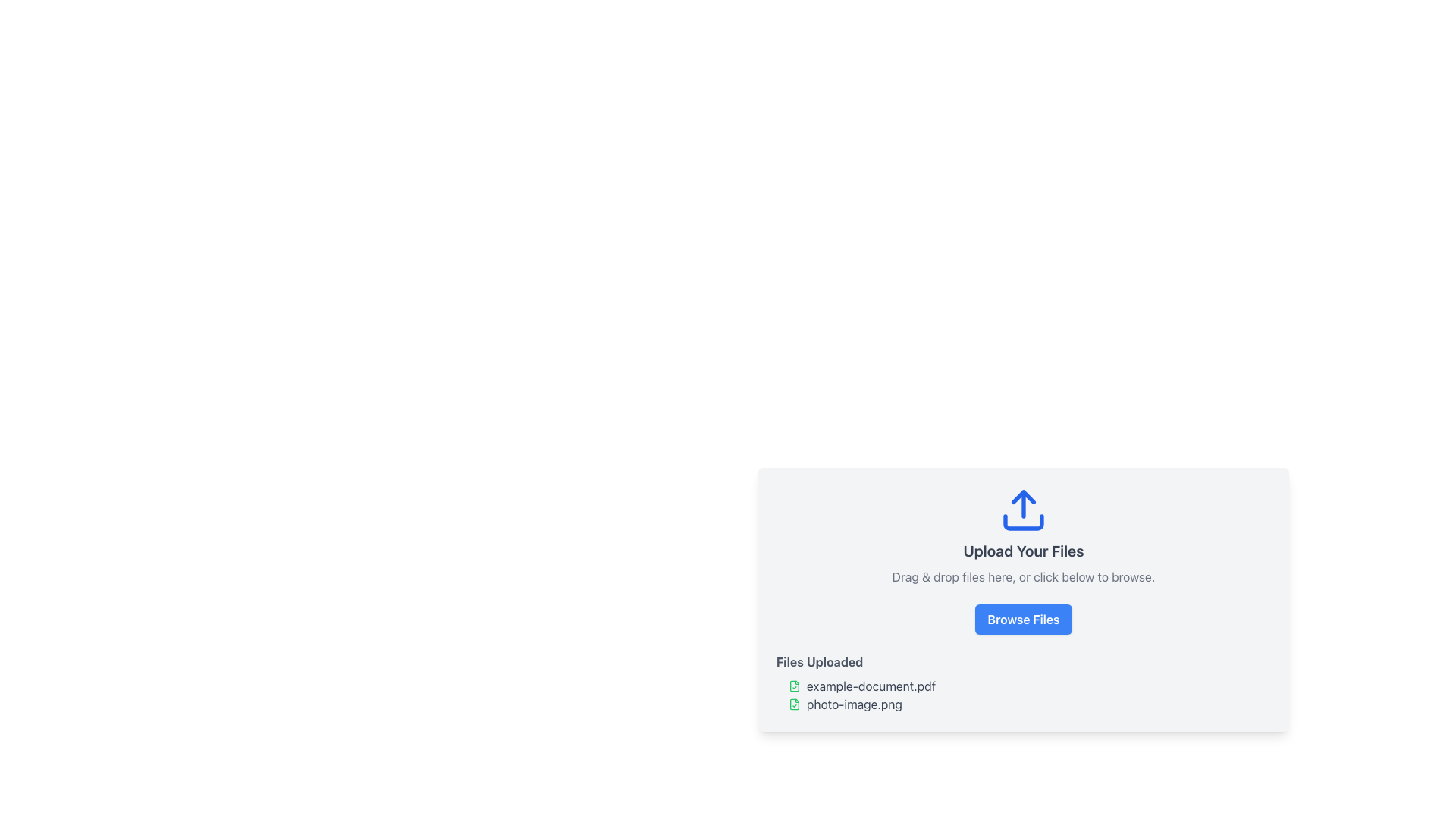 Image resolution: width=1456 pixels, height=819 pixels. What do you see at coordinates (793, 686) in the screenshot?
I see `the green file icon with a checkmark, which indicates a successful file state, located to the left of the text 'example-document.pdf' in the 'Files Uploaded' section` at bounding box center [793, 686].